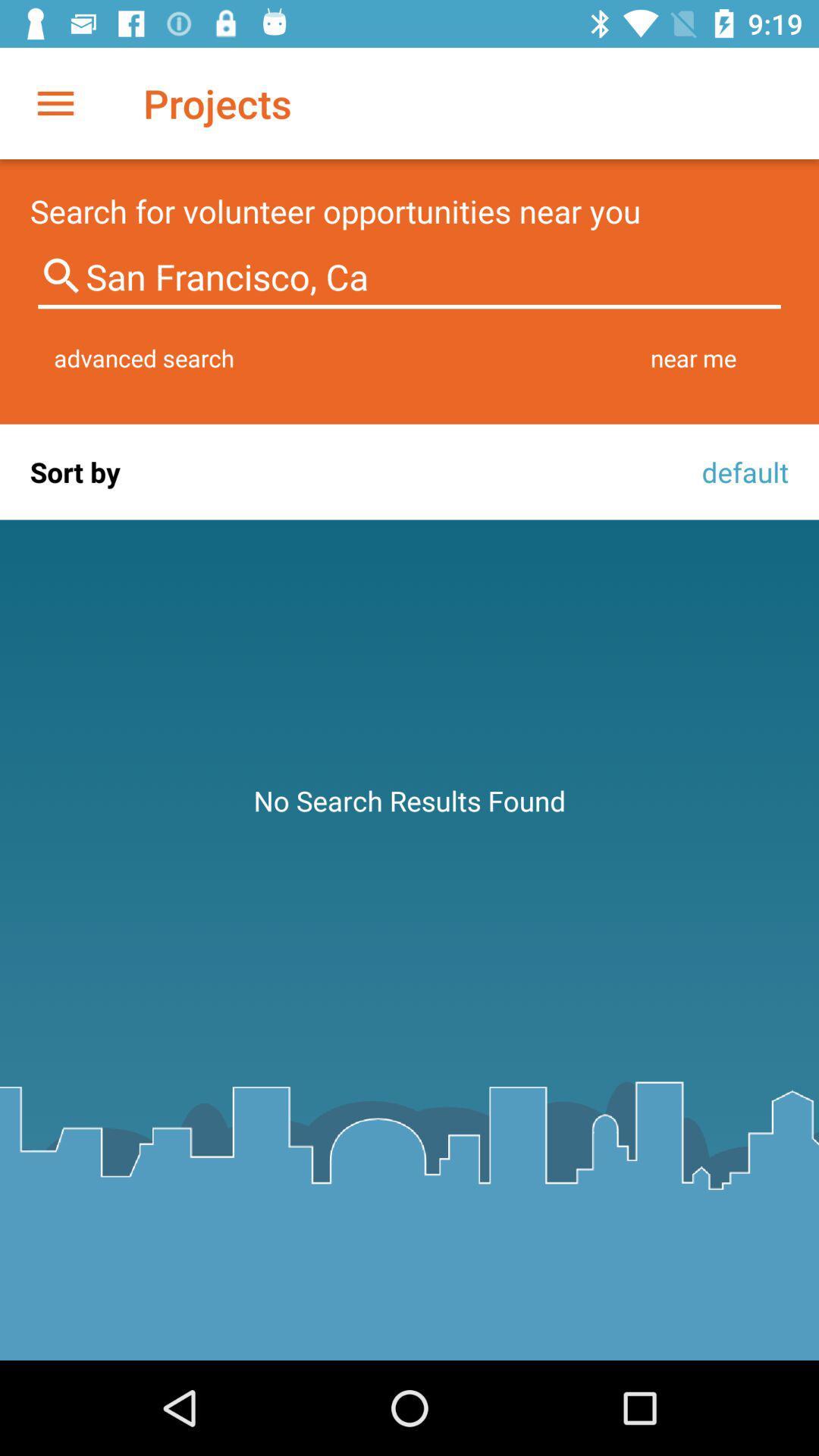  Describe the element at coordinates (55, 102) in the screenshot. I see `the item to the left of the projects` at that location.